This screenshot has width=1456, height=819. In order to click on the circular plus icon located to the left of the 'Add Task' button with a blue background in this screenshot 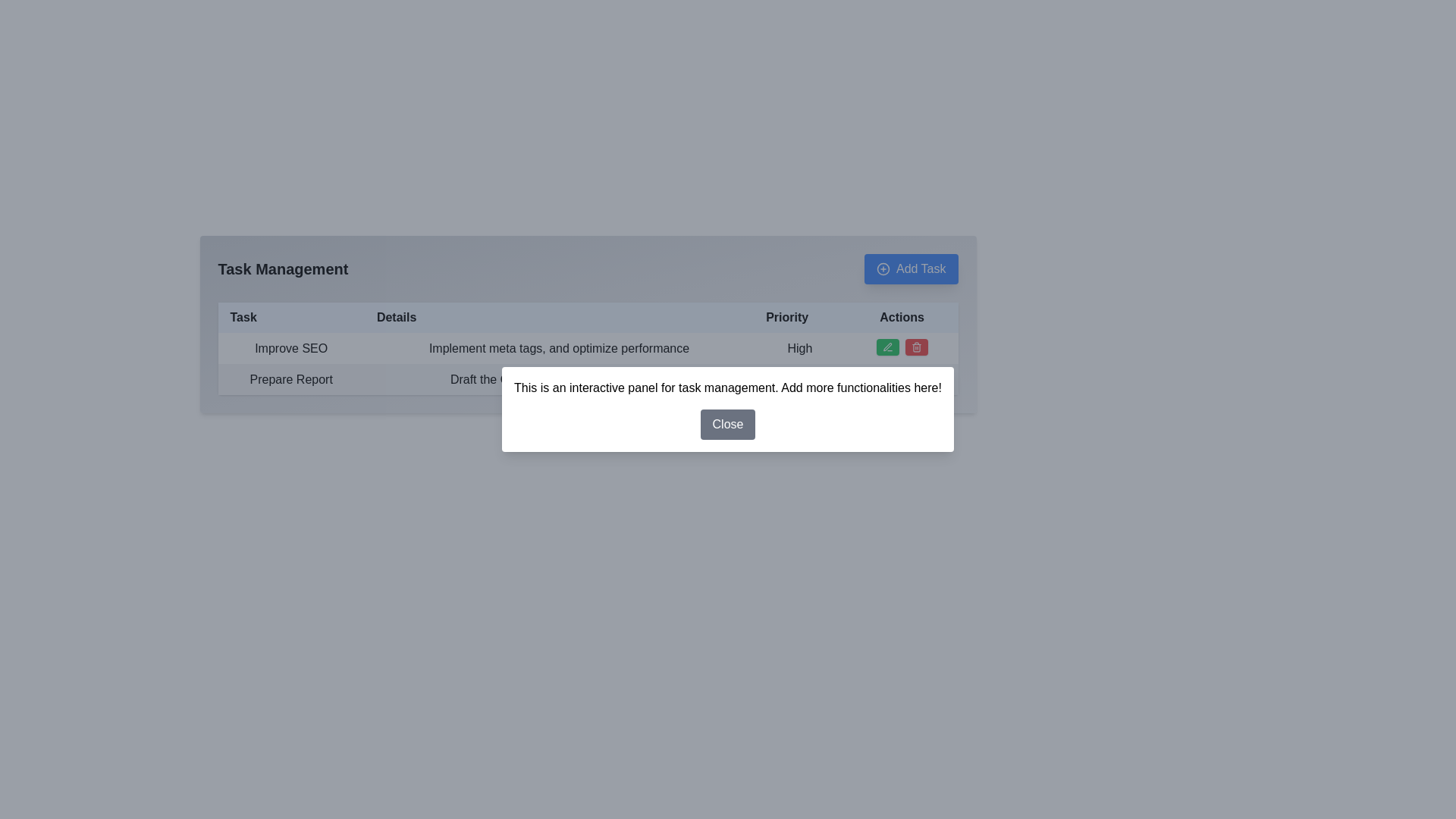, I will do `click(883, 268)`.